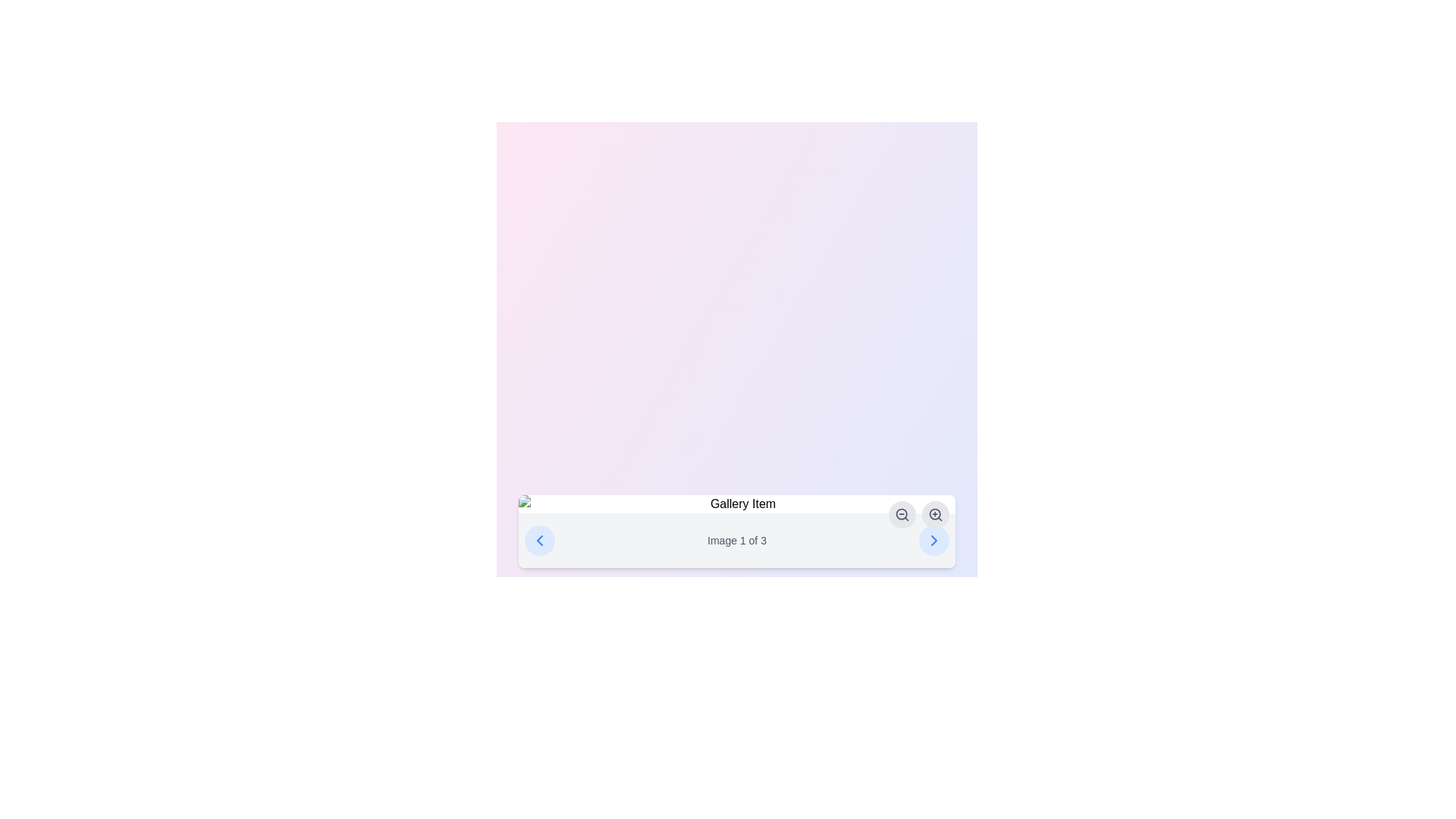 This screenshot has height=819, width=1456. Describe the element at coordinates (934, 540) in the screenshot. I see `the SVG icon inside the circular button at the bottom right side of the interface` at that location.